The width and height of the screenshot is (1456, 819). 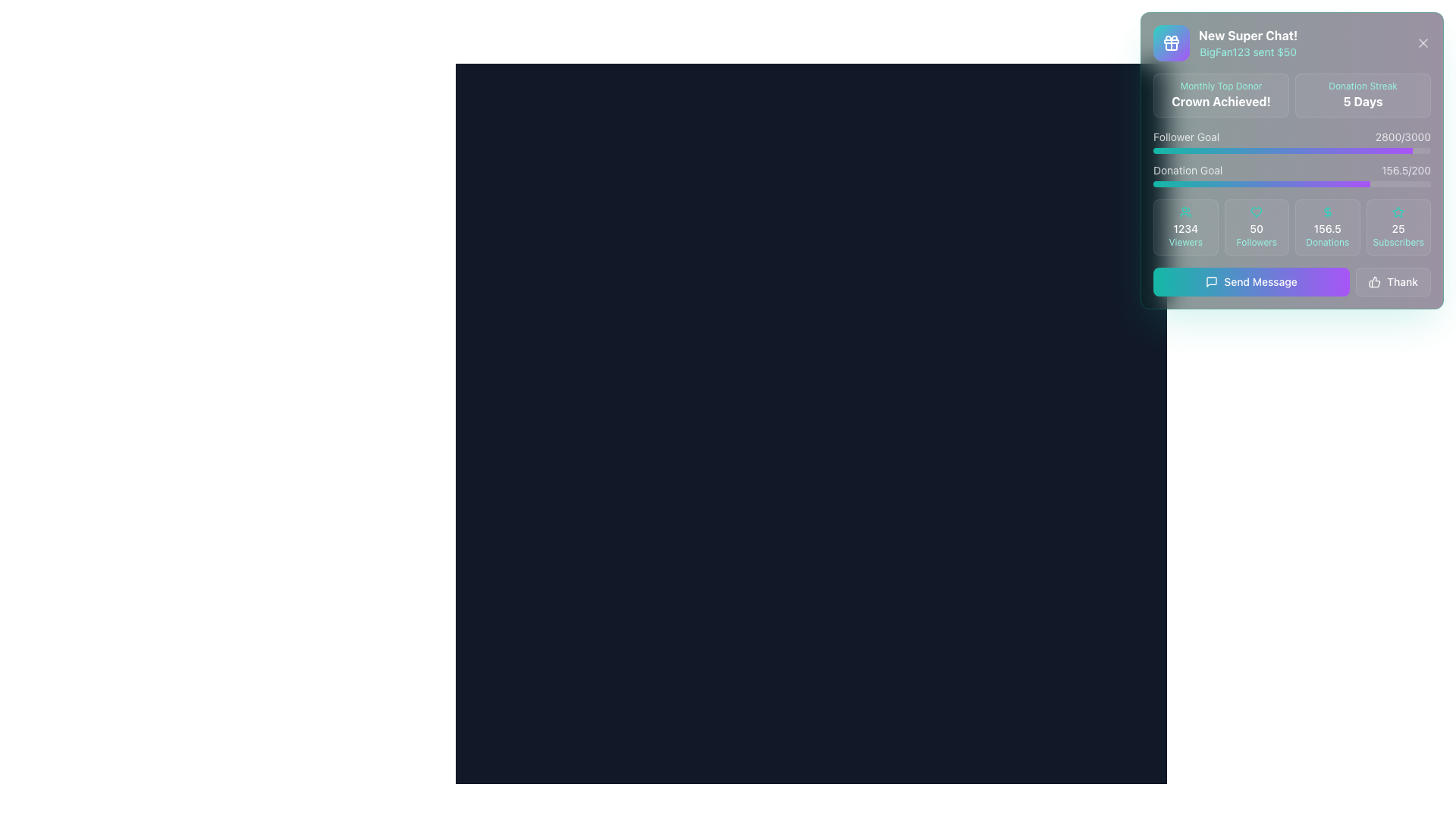 I want to click on the static text label indicating donation progress information located in the top-right region of the interface, so click(x=1187, y=170).